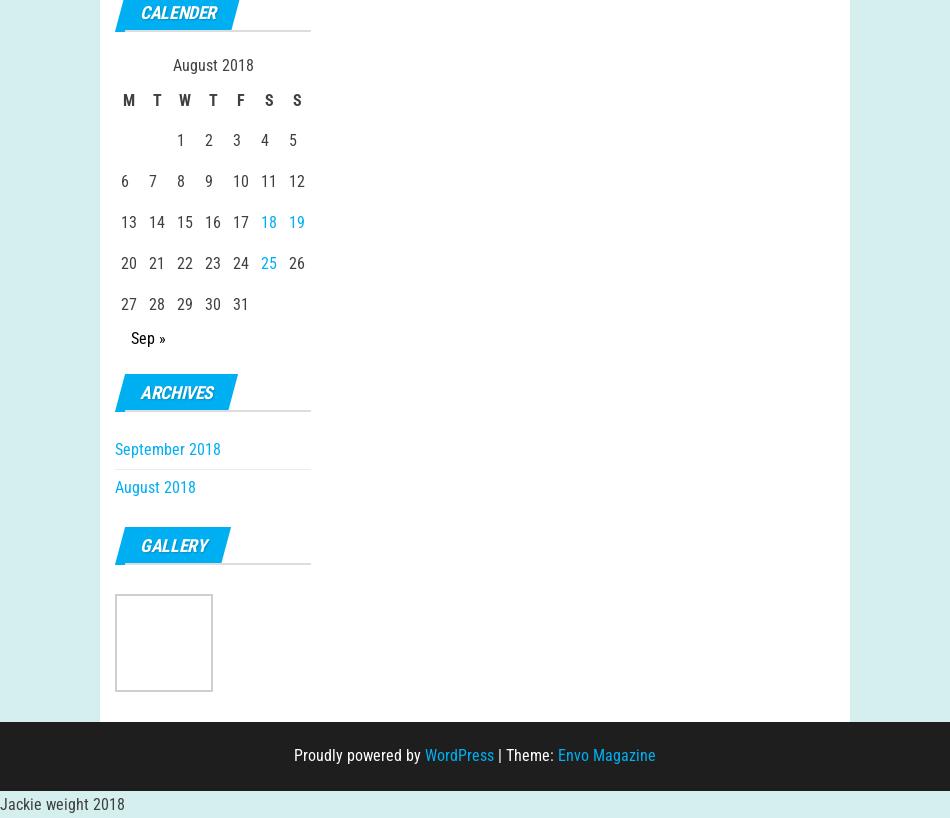  What do you see at coordinates (295, 199) in the screenshot?
I see `'12'` at bounding box center [295, 199].